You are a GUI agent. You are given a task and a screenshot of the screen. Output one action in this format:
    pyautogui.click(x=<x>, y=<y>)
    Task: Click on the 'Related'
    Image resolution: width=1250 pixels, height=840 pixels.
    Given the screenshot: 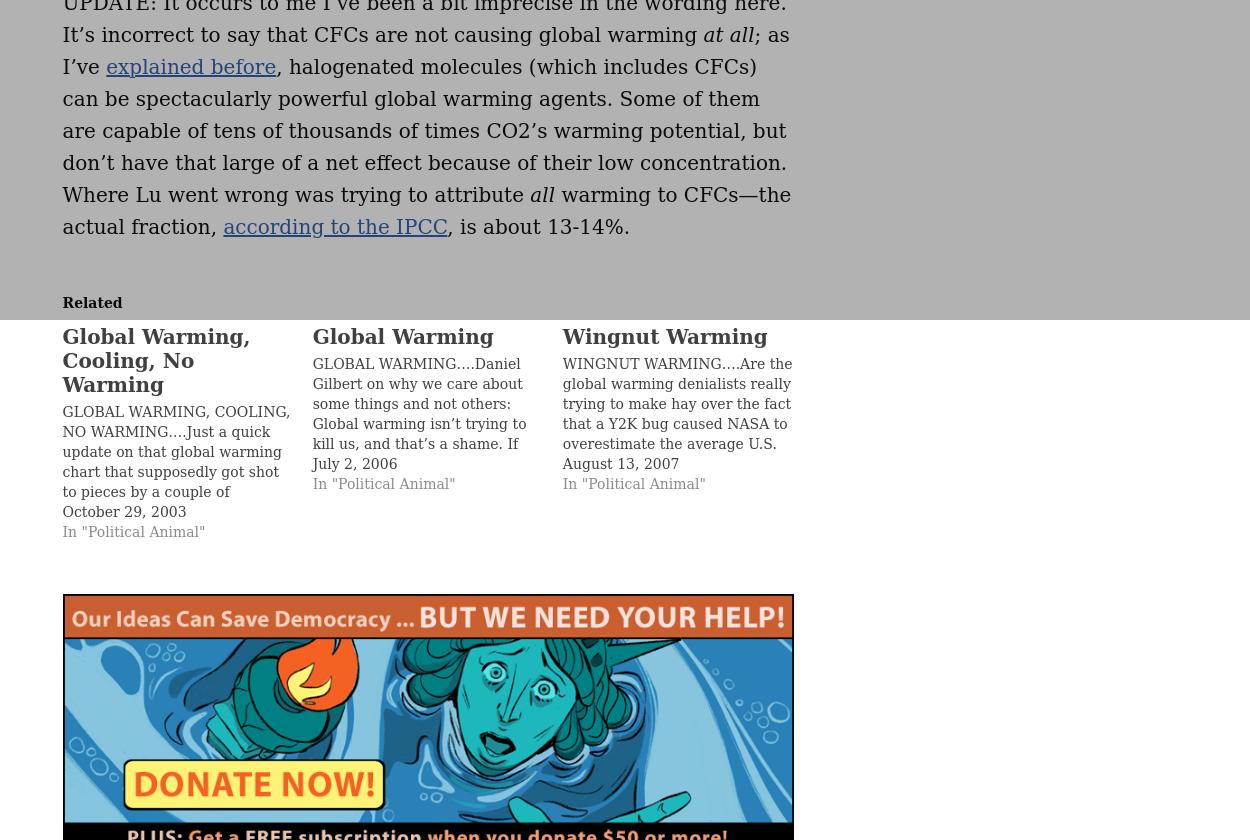 What is the action you would take?
    pyautogui.click(x=91, y=302)
    